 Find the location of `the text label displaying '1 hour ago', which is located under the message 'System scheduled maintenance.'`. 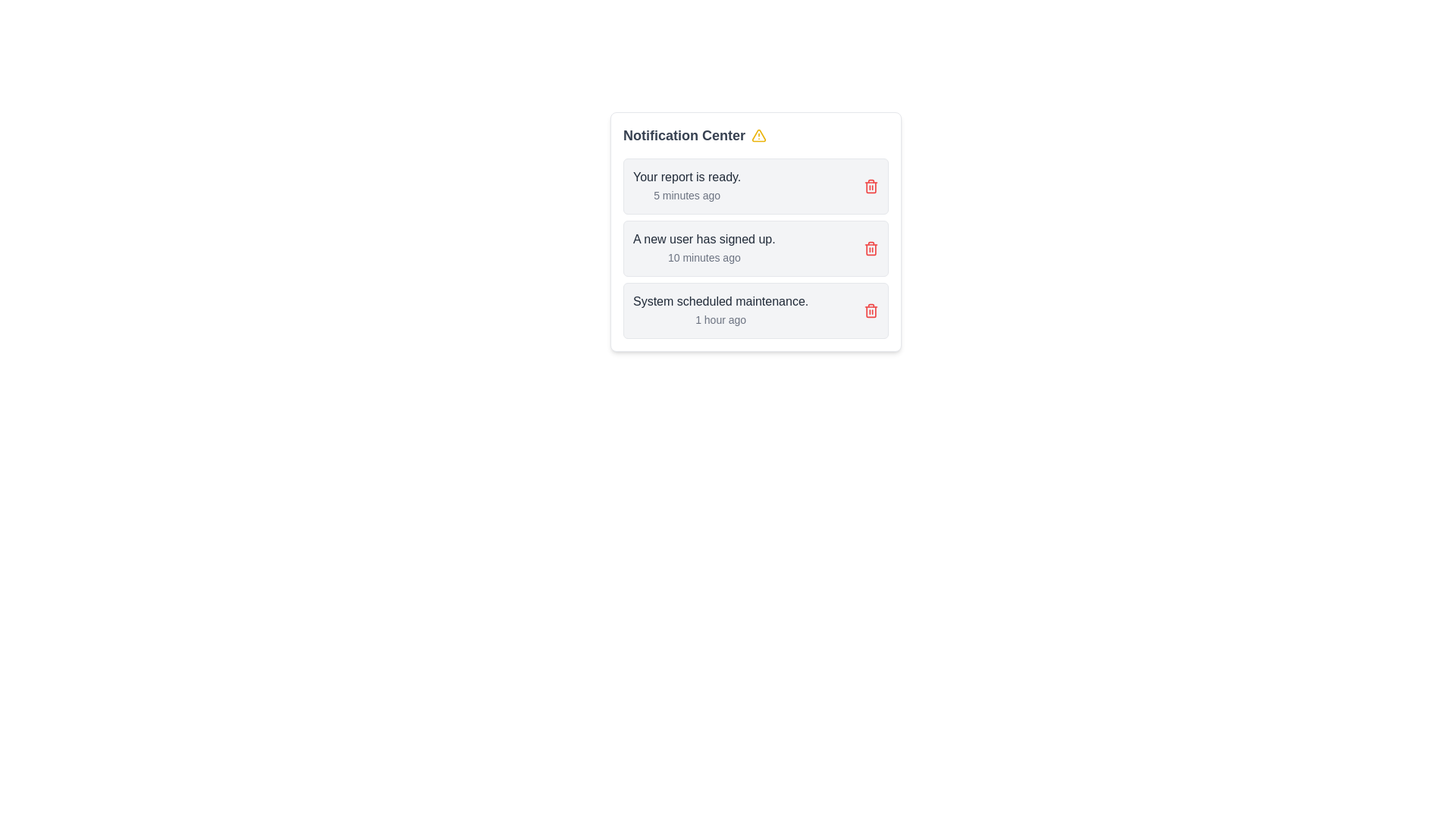

the text label displaying '1 hour ago', which is located under the message 'System scheduled maintenance.' is located at coordinates (720, 318).